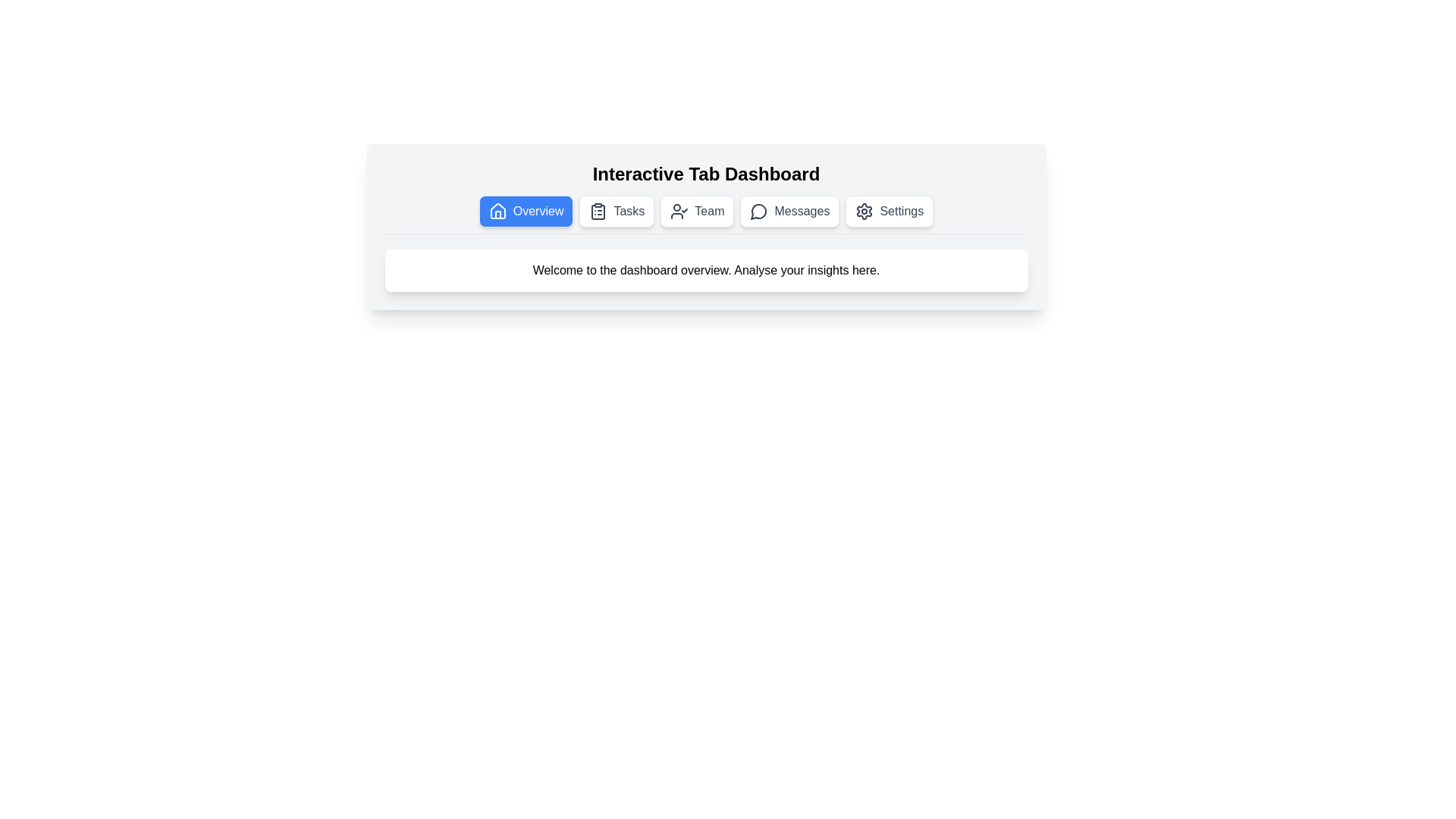 The height and width of the screenshot is (819, 1456). What do you see at coordinates (598, 212) in the screenshot?
I see `the 'Tasks' navigation icon, which serves as a visual indicator for task management` at bounding box center [598, 212].